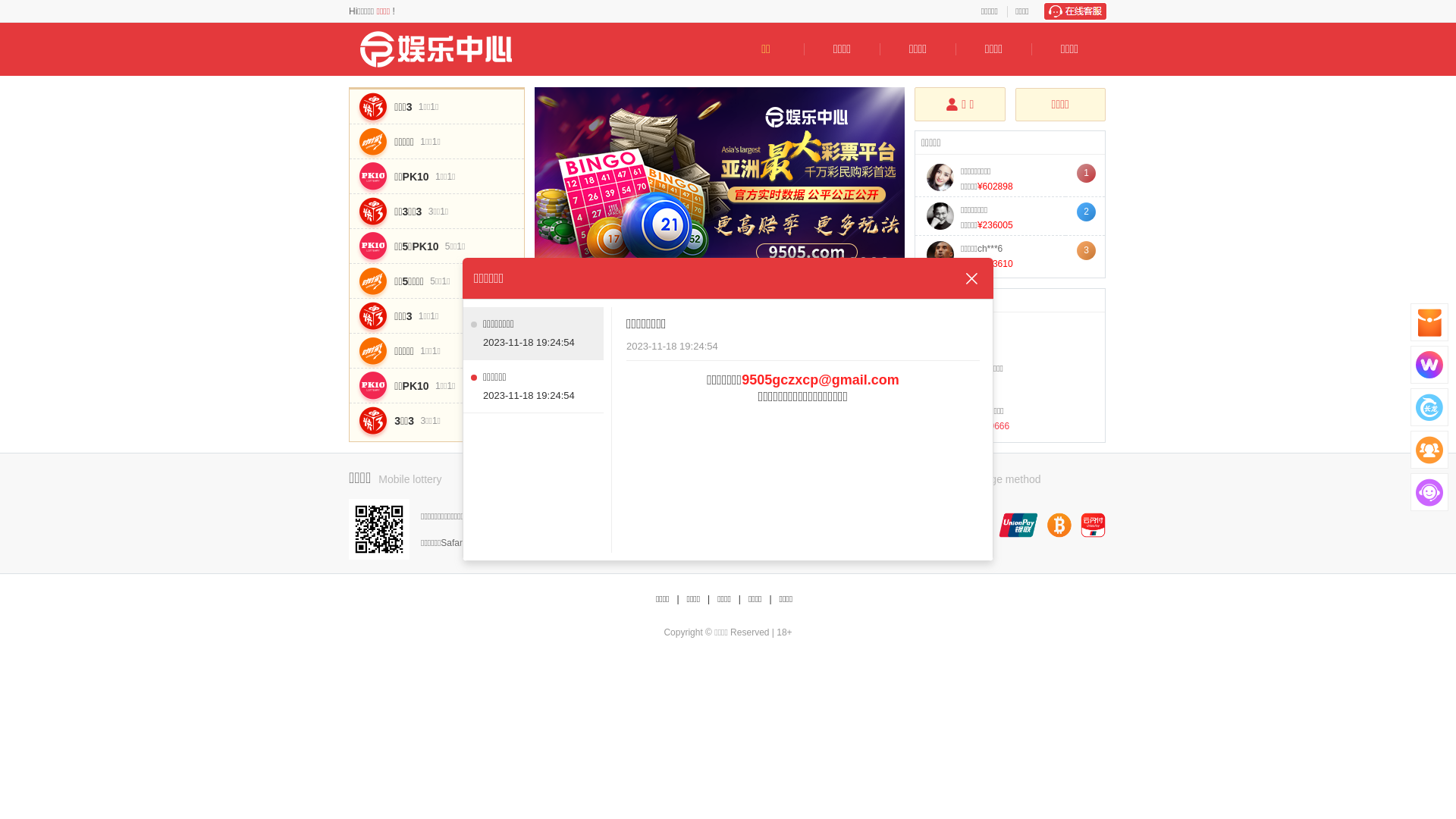  I want to click on '|', so click(739, 598).